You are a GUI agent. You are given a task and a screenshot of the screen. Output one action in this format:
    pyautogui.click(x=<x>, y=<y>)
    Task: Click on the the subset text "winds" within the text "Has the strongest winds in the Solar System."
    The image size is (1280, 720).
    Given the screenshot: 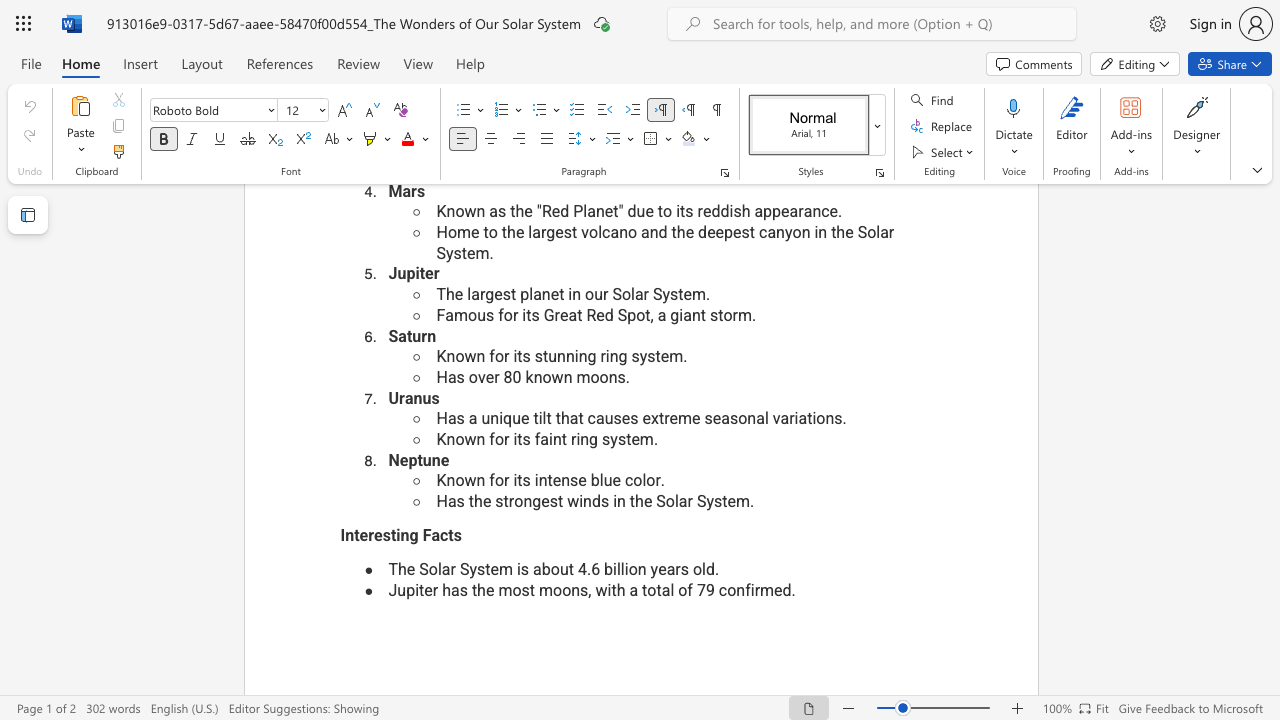 What is the action you would take?
    pyautogui.click(x=566, y=500)
    